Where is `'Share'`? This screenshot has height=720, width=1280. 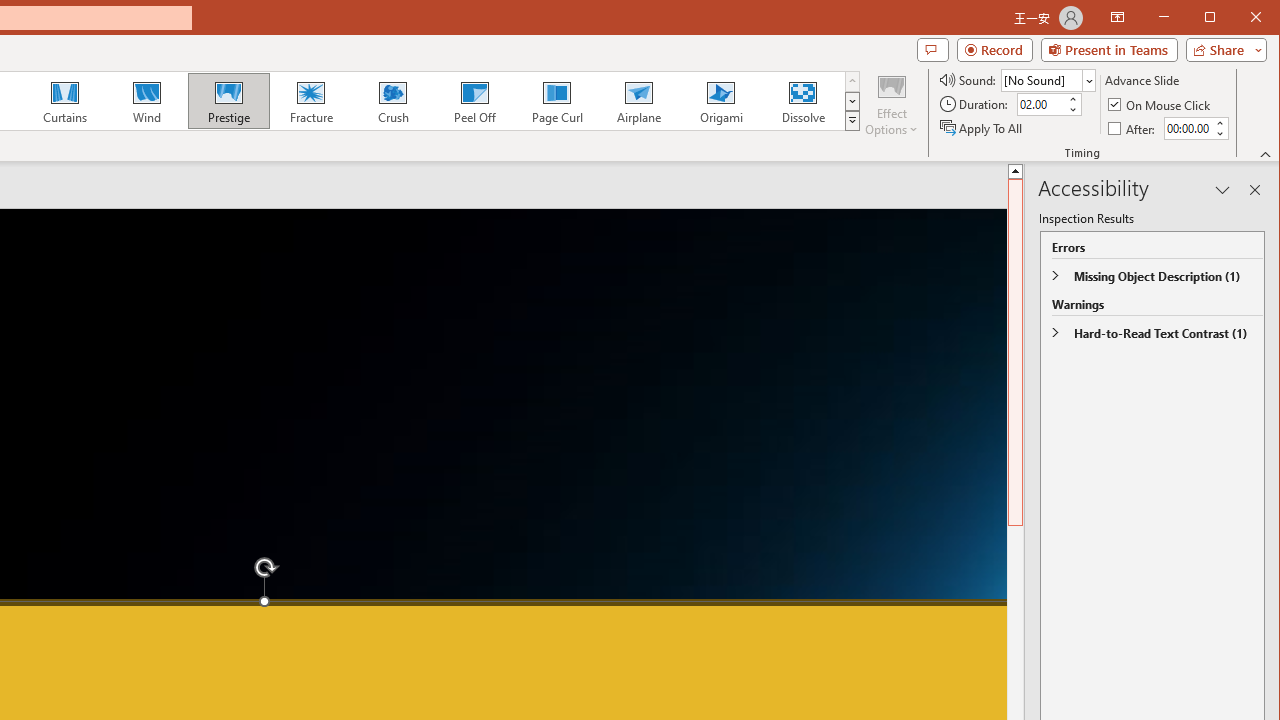 'Share' is located at coordinates (1221, 49).